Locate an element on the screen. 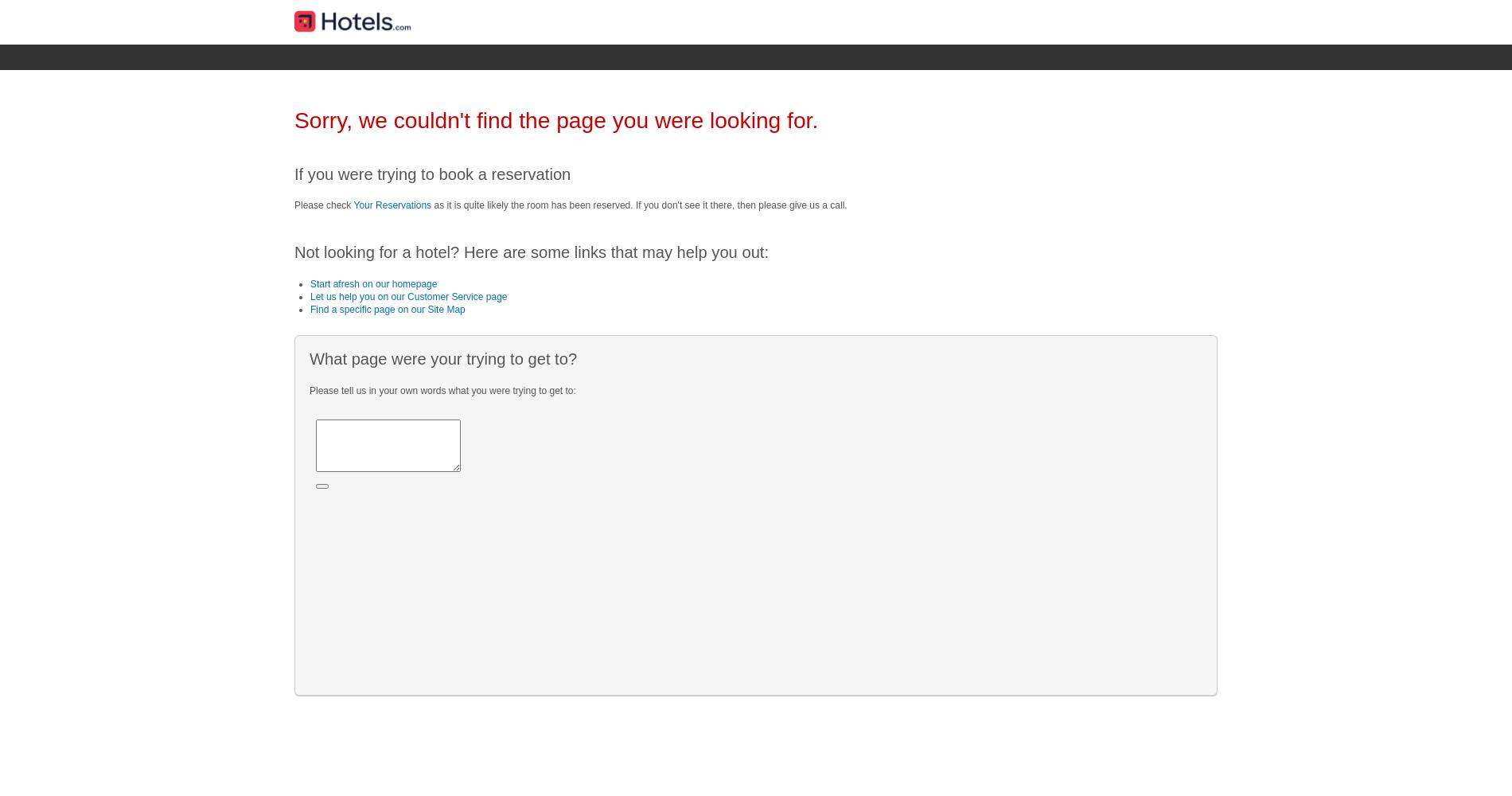 This screenshot has height=796, width=1512. 'Not looking for a hotel? Here are some links that may help you out:' is located at coordinates (532, 252).